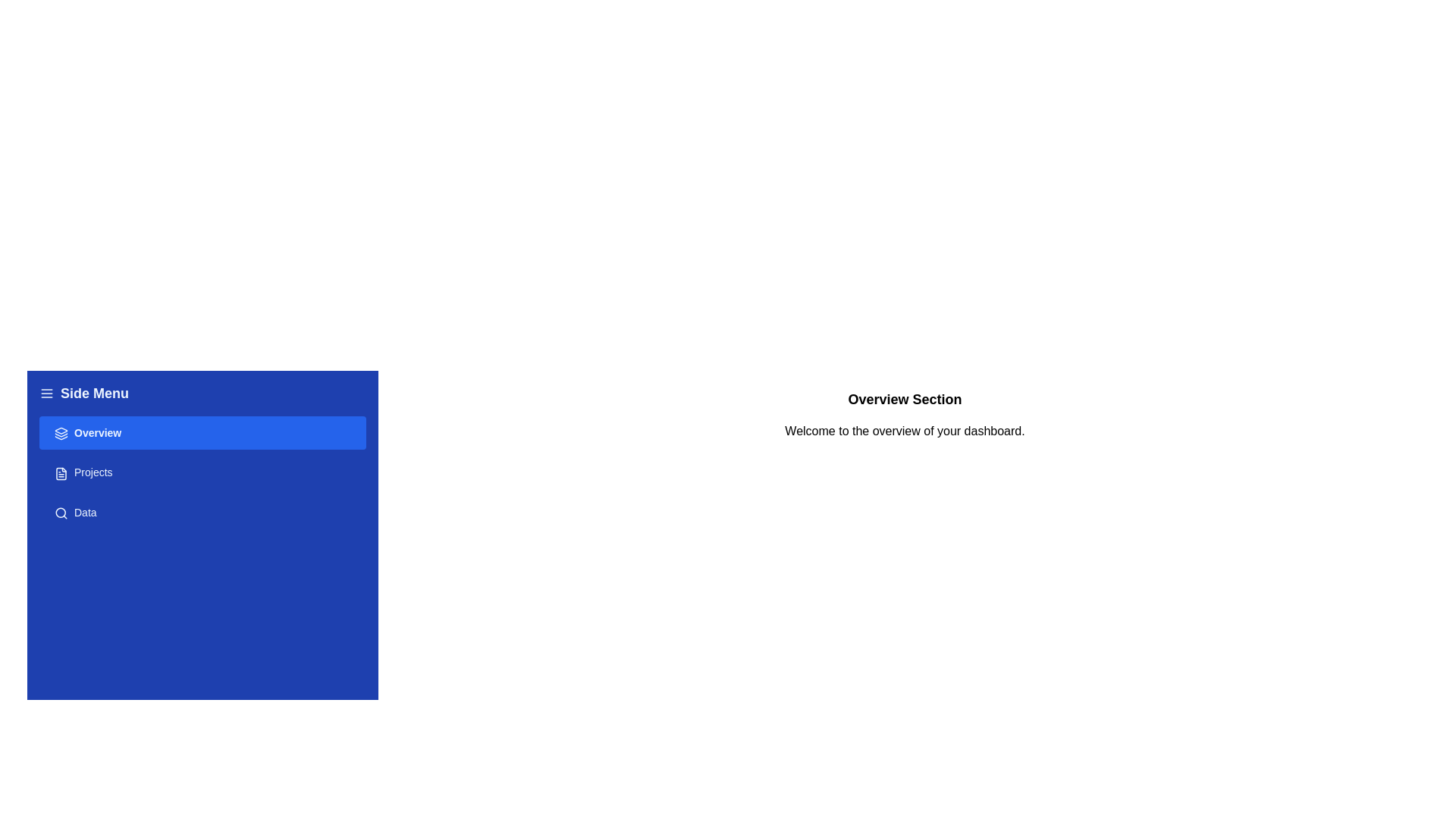 The width and height of the screenshot is (1456, 819). Describe the element at coordinates (202, 512) in the screenshot. I see `the third button in the sidebar menu that activates a navigation or search function` at that location.